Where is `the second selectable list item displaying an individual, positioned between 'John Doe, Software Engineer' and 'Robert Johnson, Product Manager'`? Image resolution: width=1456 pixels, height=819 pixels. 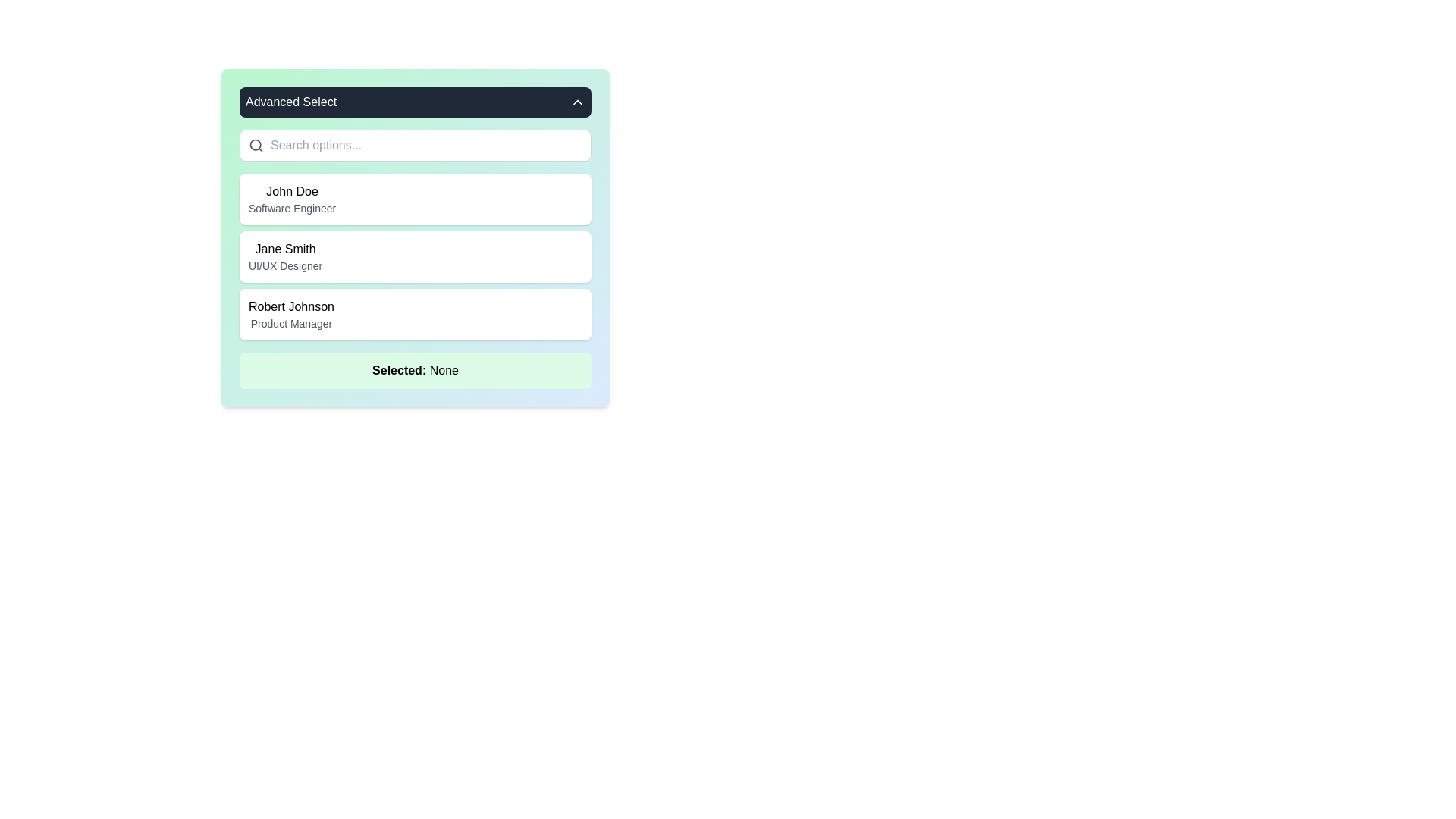 the second selectable list item displaying an individual, positioned between 'John Doe, Software Engineer' and 'Robert Johnson, Product Manager' is located at coordinates (285, 256).